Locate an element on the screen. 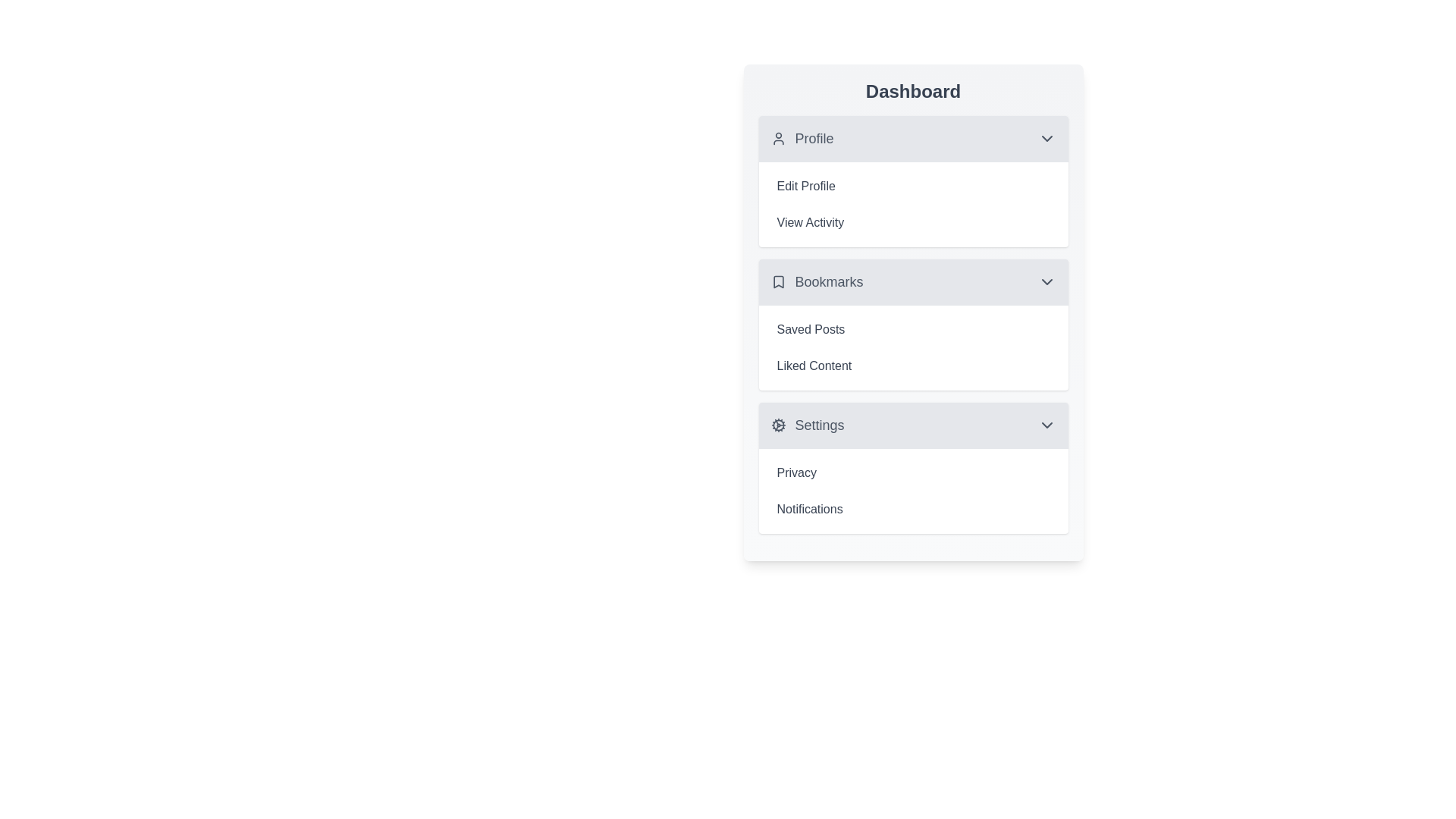 Image resolution: width=1456 pixels, height=819 pixels. the Bookmarks section header is located at coordinates (912, 281).